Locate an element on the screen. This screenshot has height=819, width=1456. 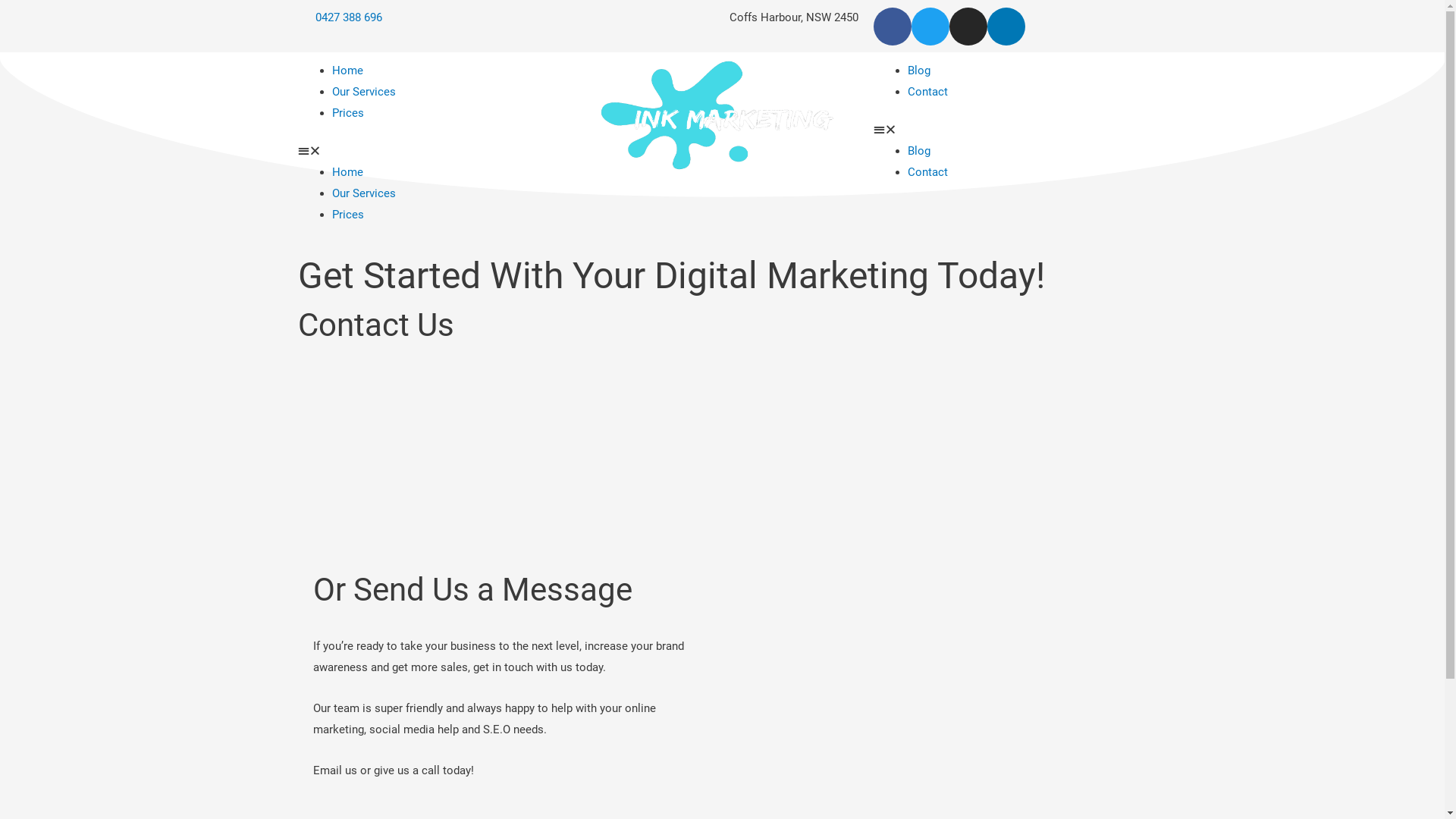
'Prices' is located at coordinates (347, 112).